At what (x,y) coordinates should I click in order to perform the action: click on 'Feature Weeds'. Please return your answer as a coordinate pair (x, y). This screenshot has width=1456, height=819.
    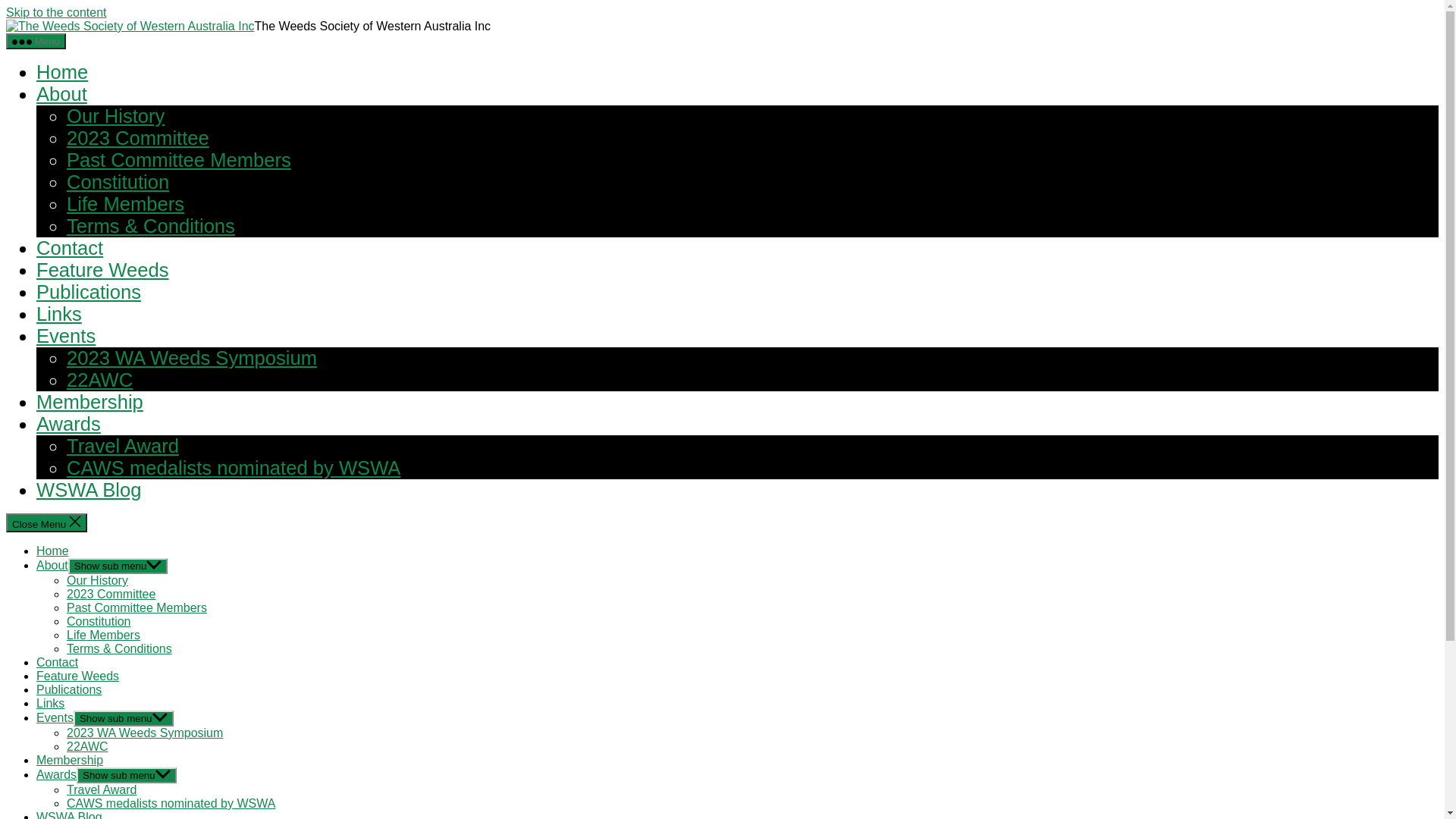
    Looking at the image, I should click on (77, 675).